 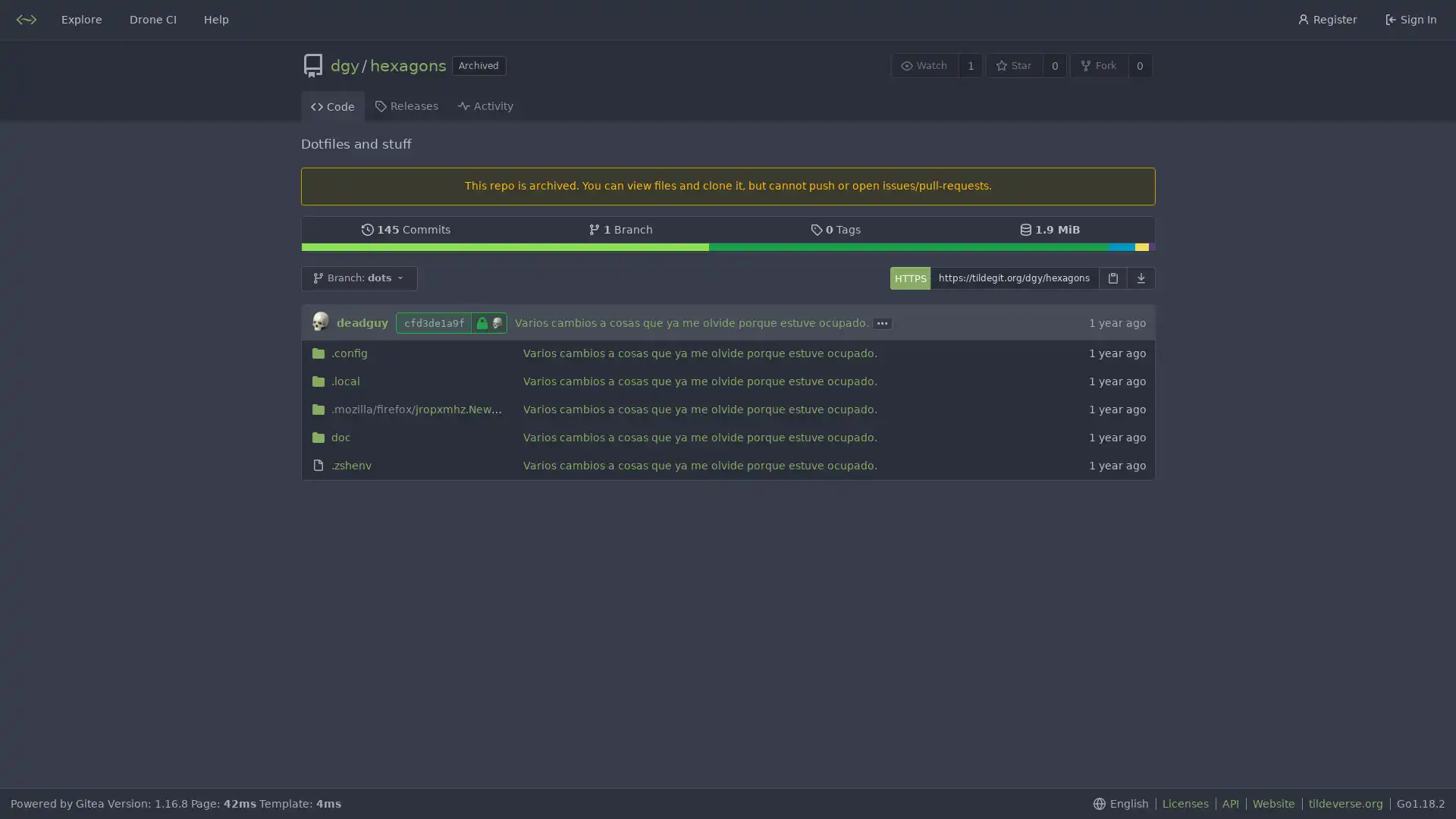 I want to click on HTTPS, so click(x=909, y=278).